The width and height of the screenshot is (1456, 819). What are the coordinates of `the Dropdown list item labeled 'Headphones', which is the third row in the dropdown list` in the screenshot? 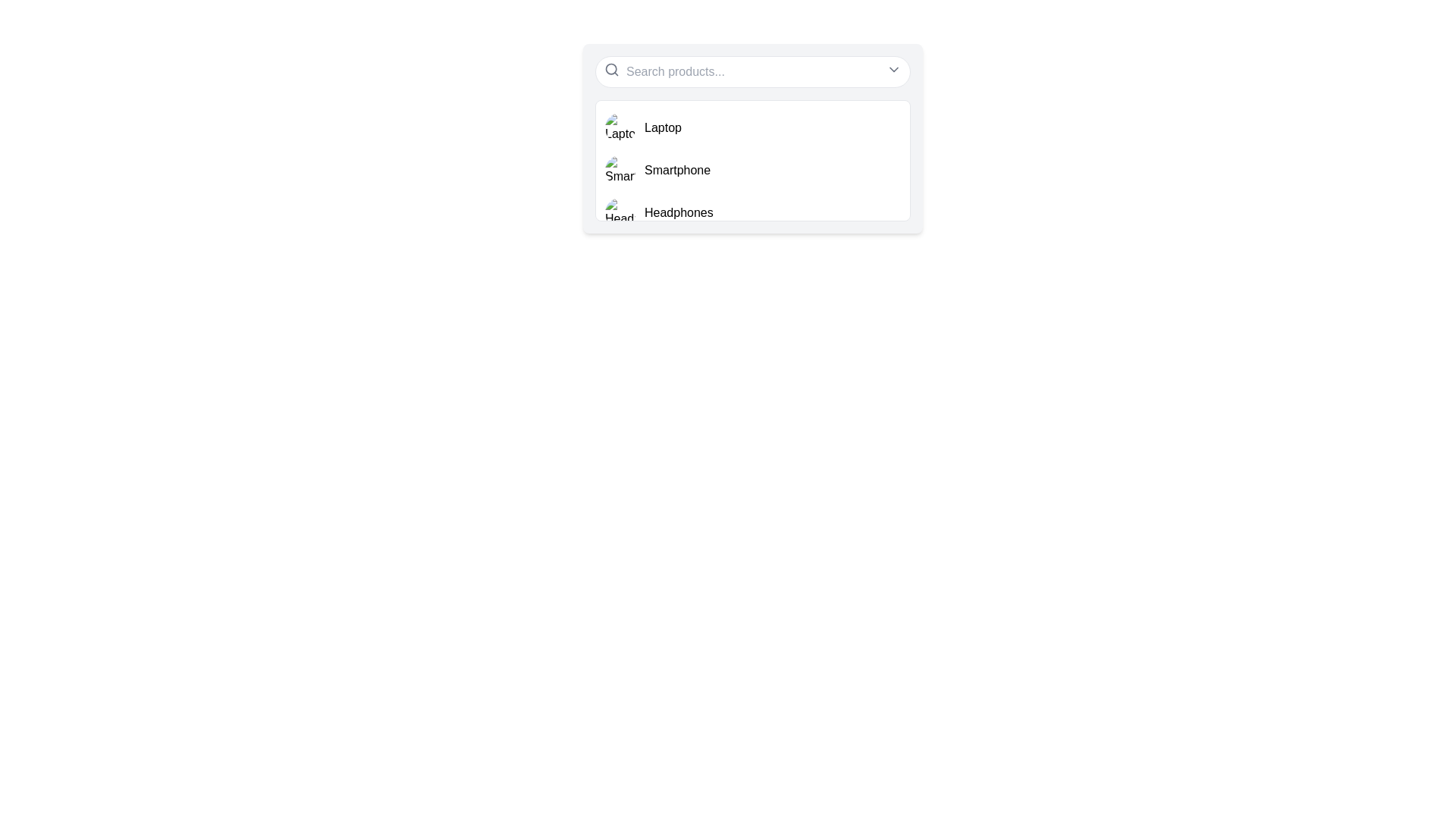 It's located at (753, 213).